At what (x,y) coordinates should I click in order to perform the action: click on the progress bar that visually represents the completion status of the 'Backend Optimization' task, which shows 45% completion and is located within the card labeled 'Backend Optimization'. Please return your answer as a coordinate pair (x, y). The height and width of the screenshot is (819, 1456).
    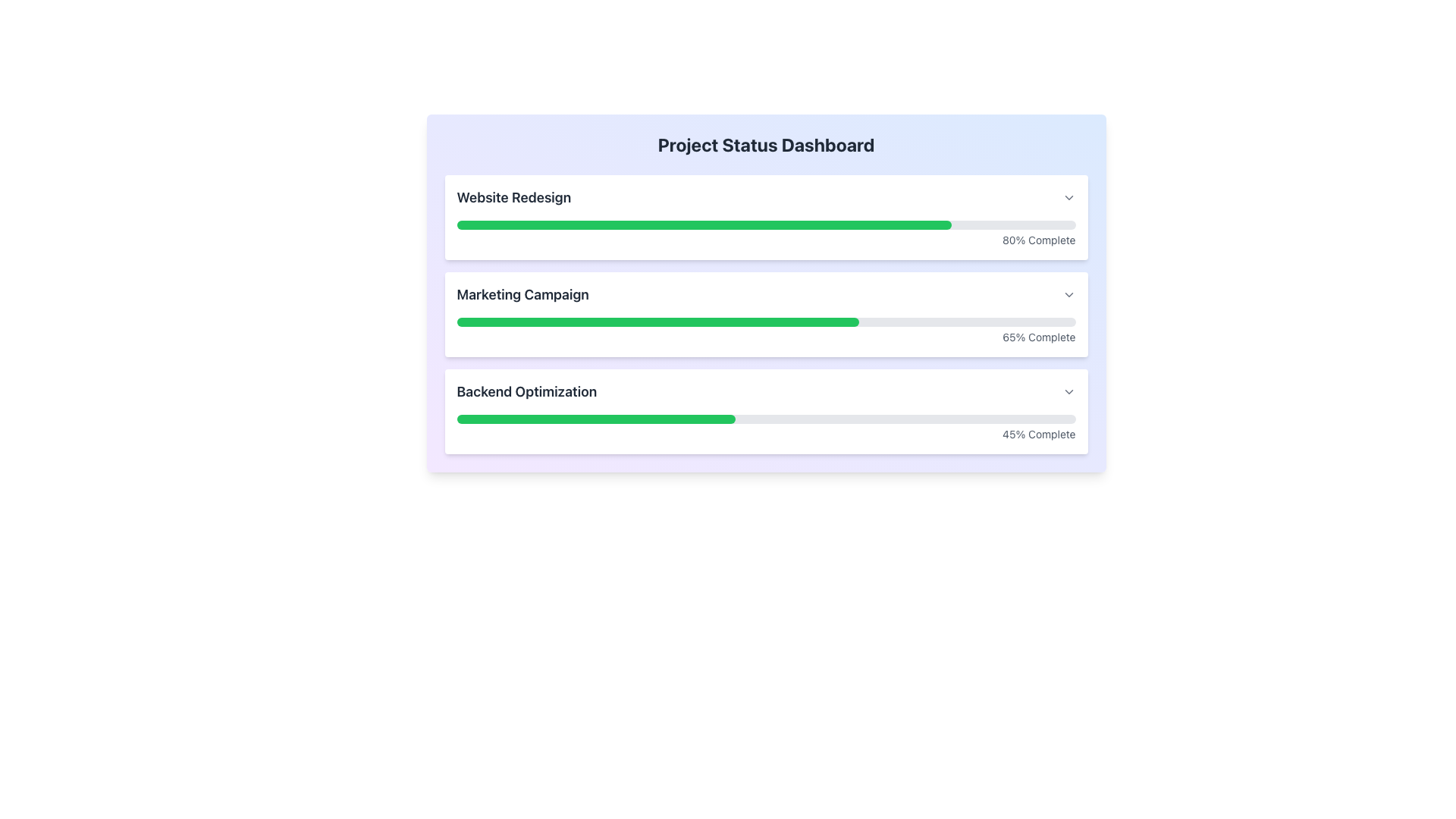
    Looking at the image, I should click on (766, 419).